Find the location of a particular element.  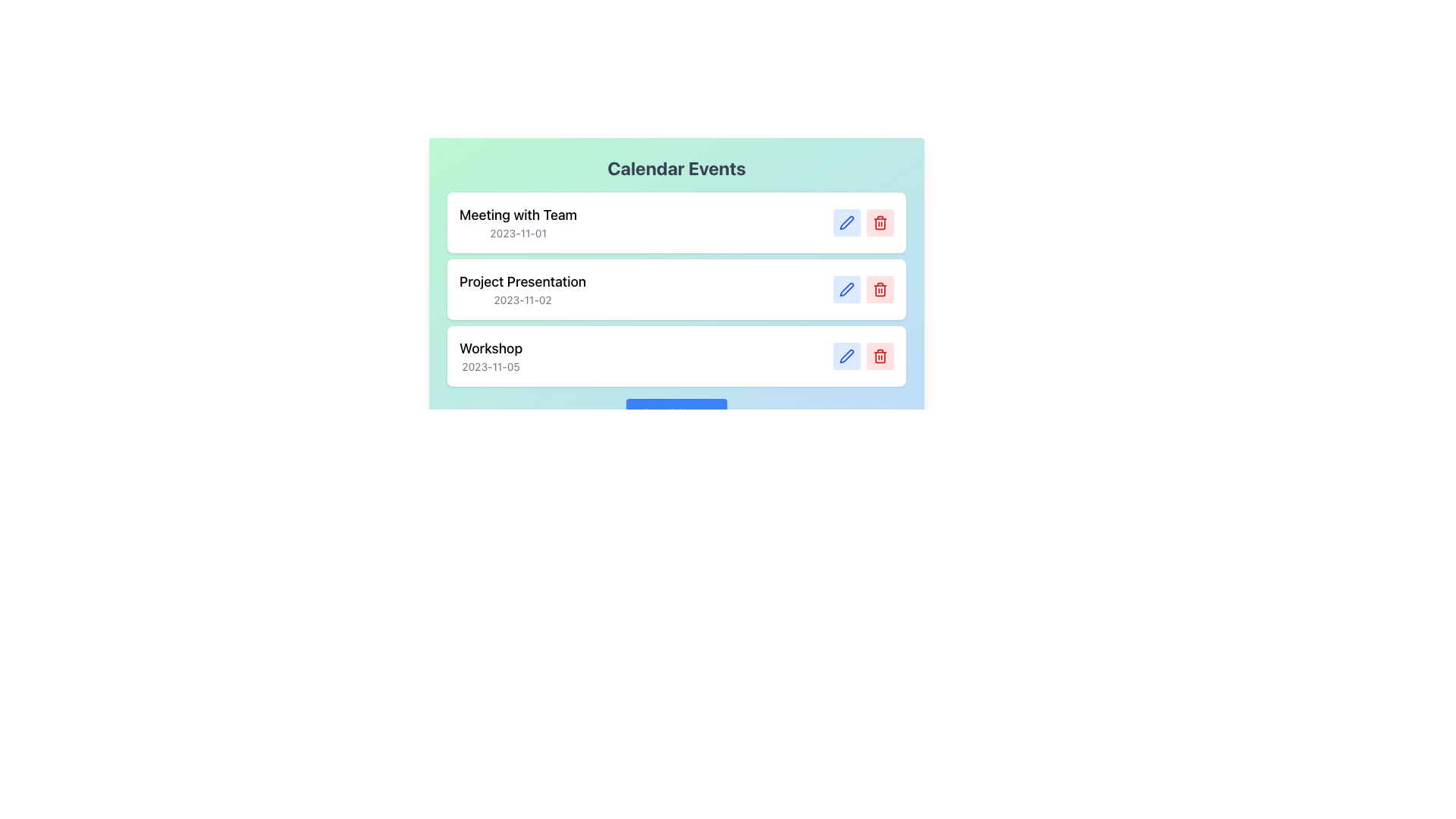

the Text Display element that presents the name and date of the event 'Project Presentation', located under 'Calendar Events' is located at coordinates (522, 289).